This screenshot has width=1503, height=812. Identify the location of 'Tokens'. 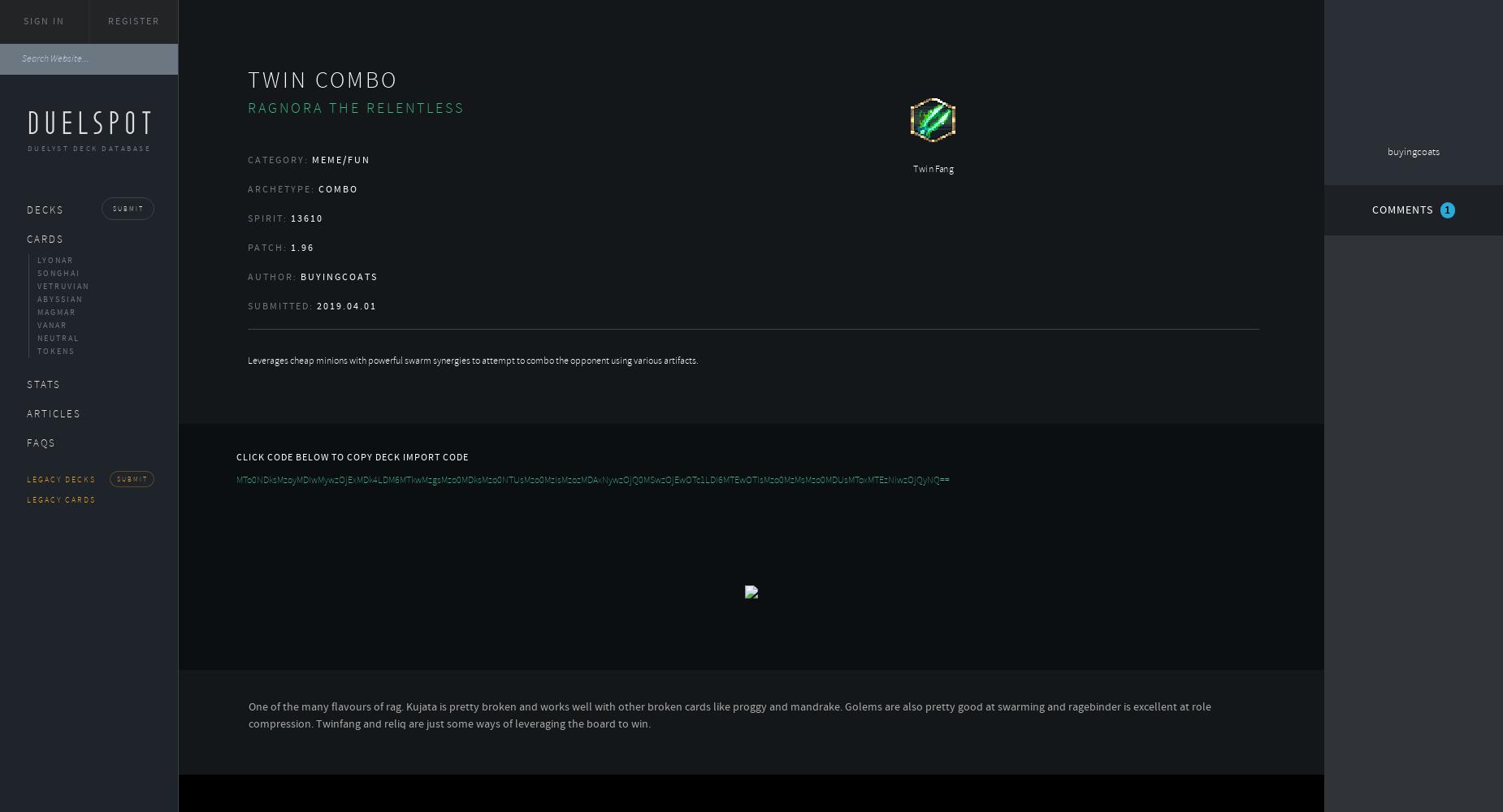
(55, 351).